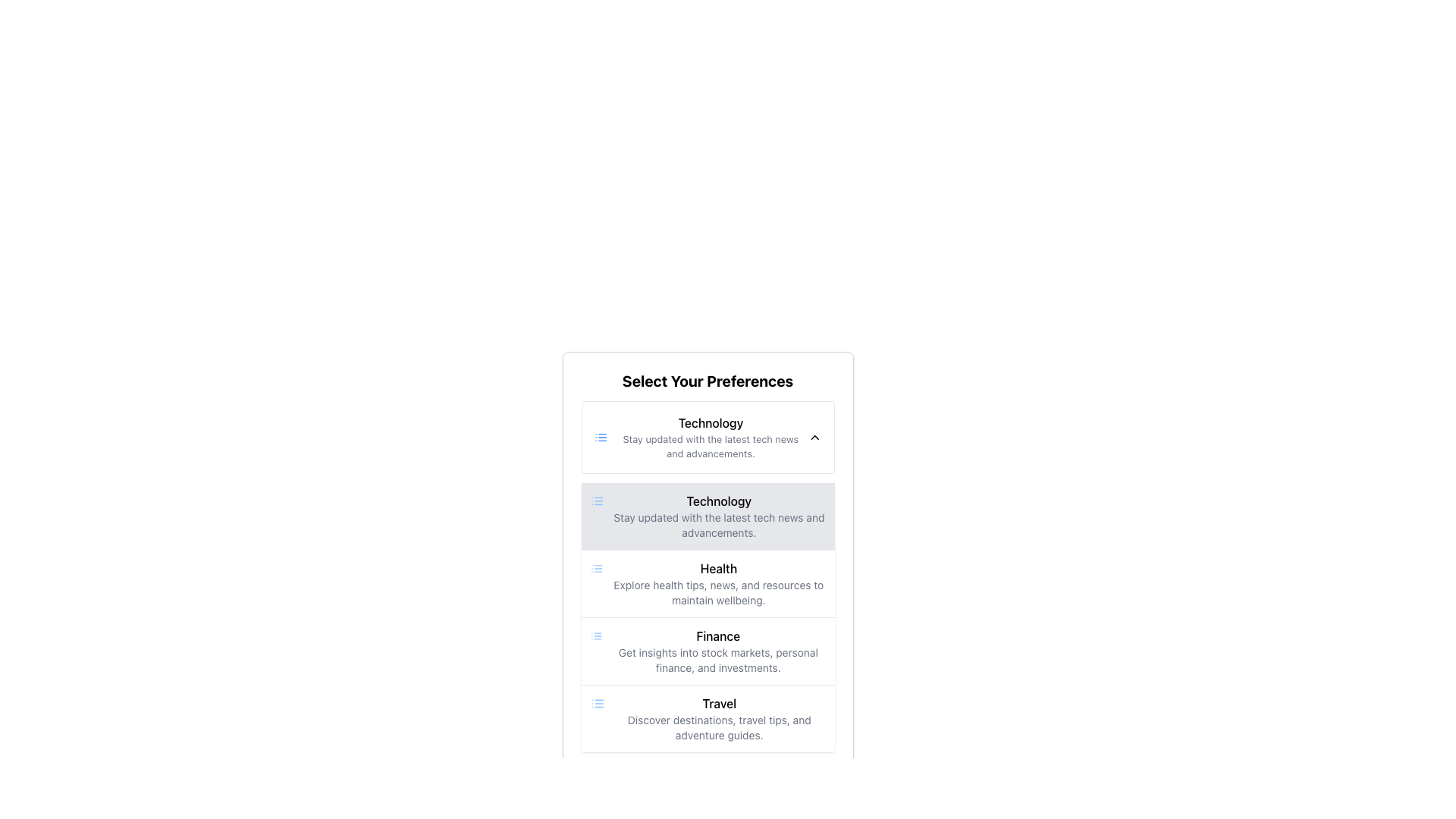 This screenshot has width=1456, height=819. I want to click on the health preference label, which serves as the title for the health preference option, located within a card-like section in the vertical preference selection layout, so click(717, 569).